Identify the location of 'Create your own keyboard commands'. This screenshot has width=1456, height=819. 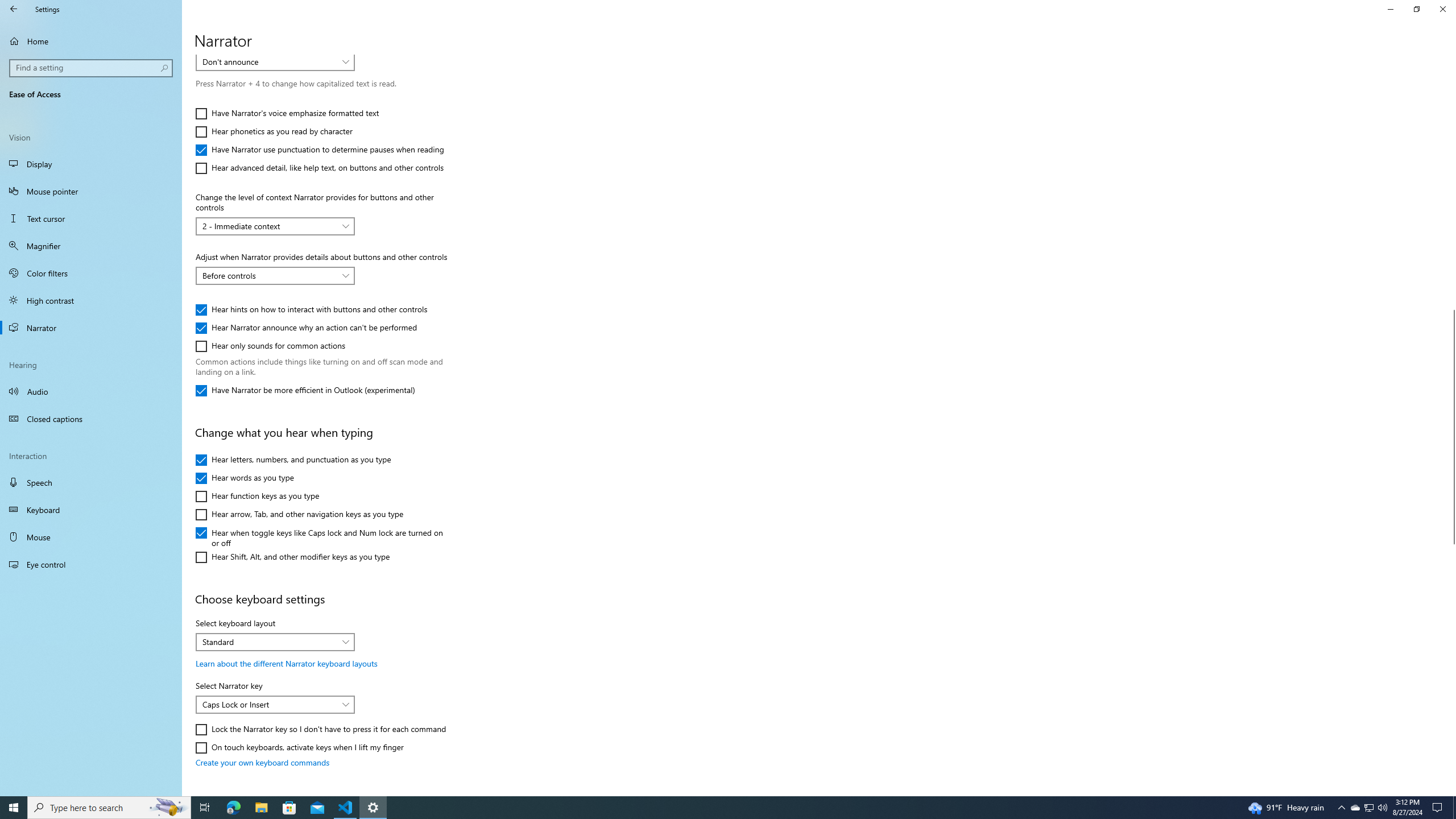
(262, 762).